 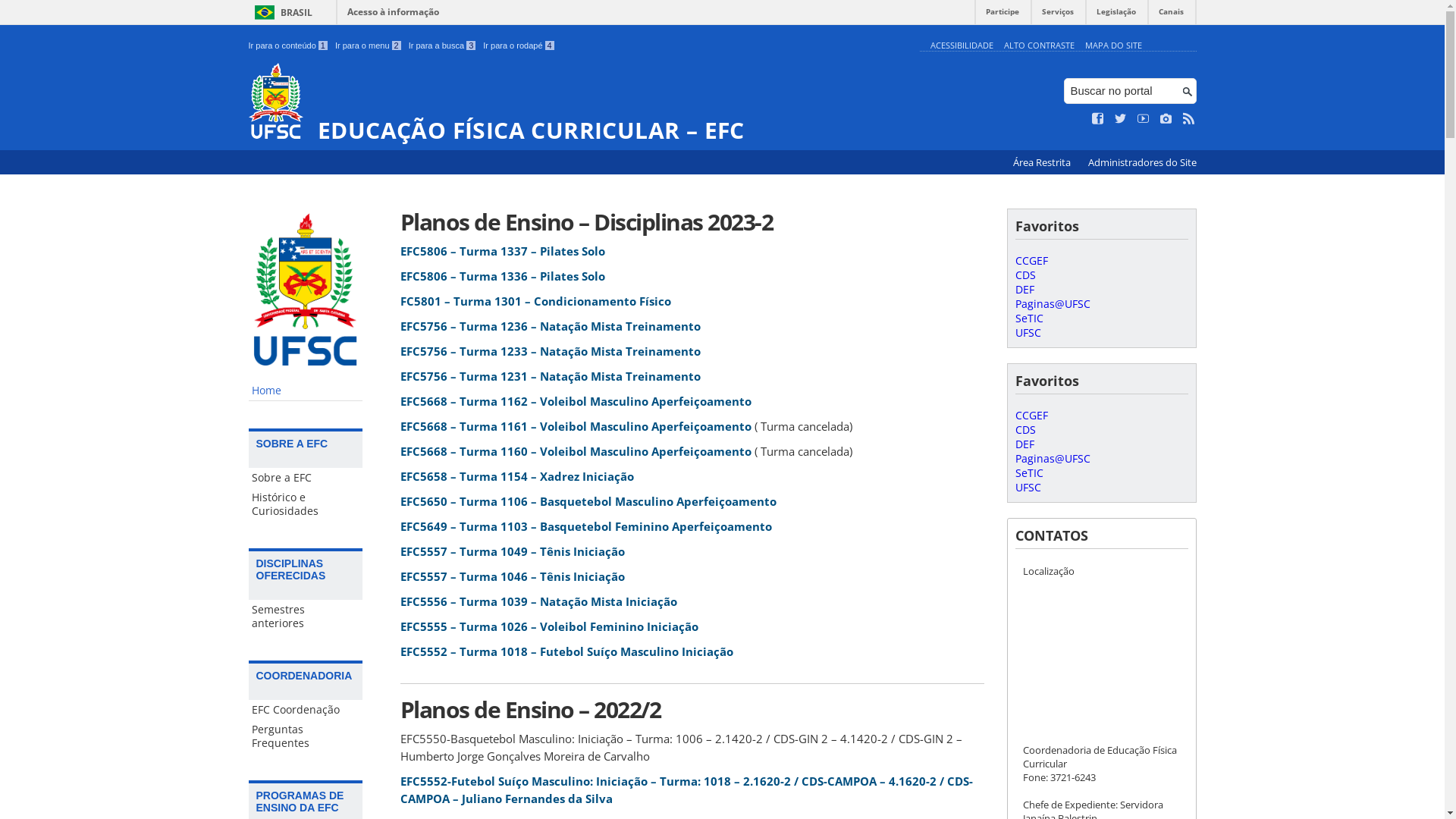 I want to click on 'ACESSIBILIDADE', so click(x=960, y=44).